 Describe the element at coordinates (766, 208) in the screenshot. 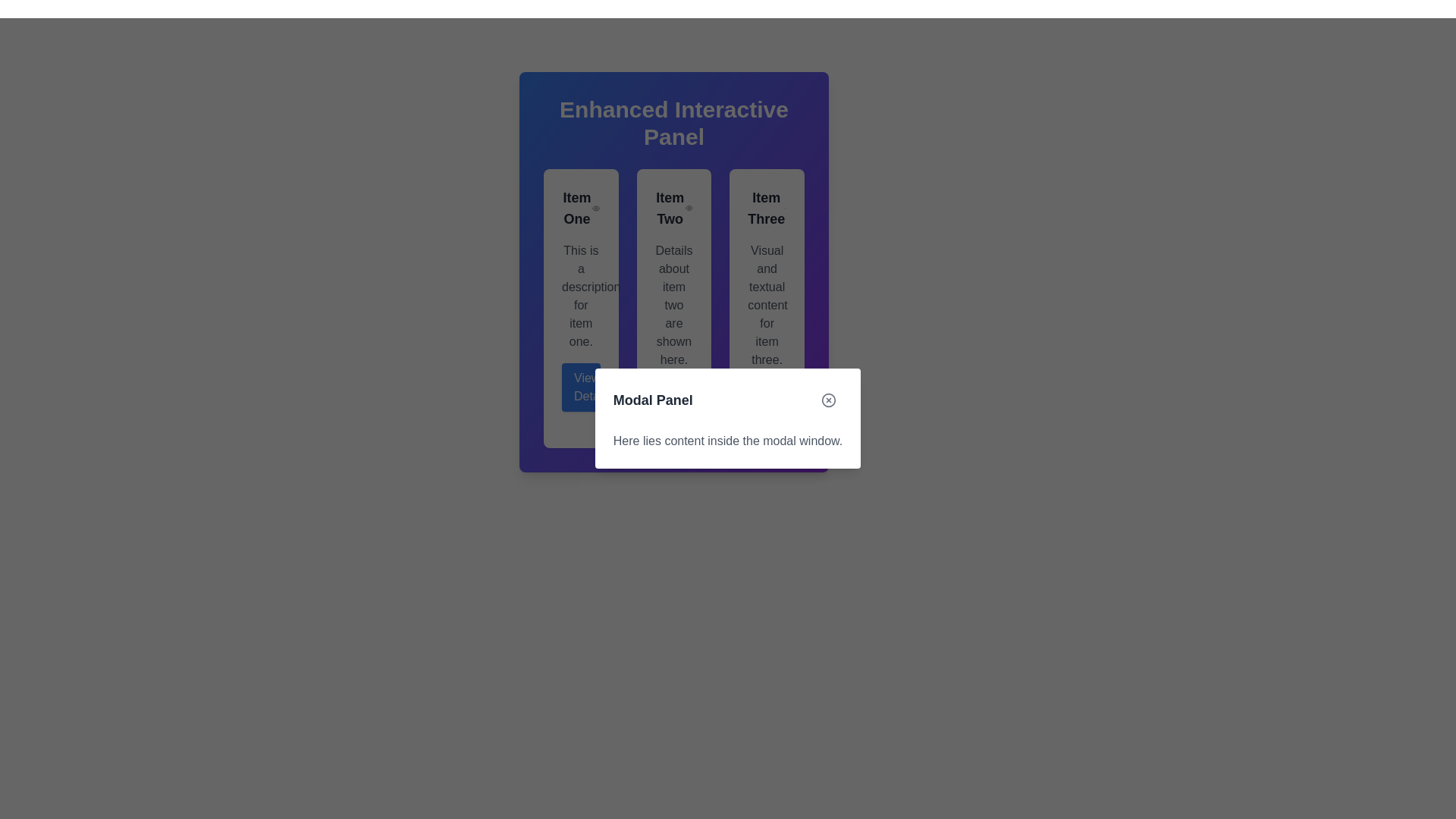

I see `the Text Label that serves as a section header in the right-most column under 'Enhanced Interactive Panel' labeled 'Item Three'` at that location.